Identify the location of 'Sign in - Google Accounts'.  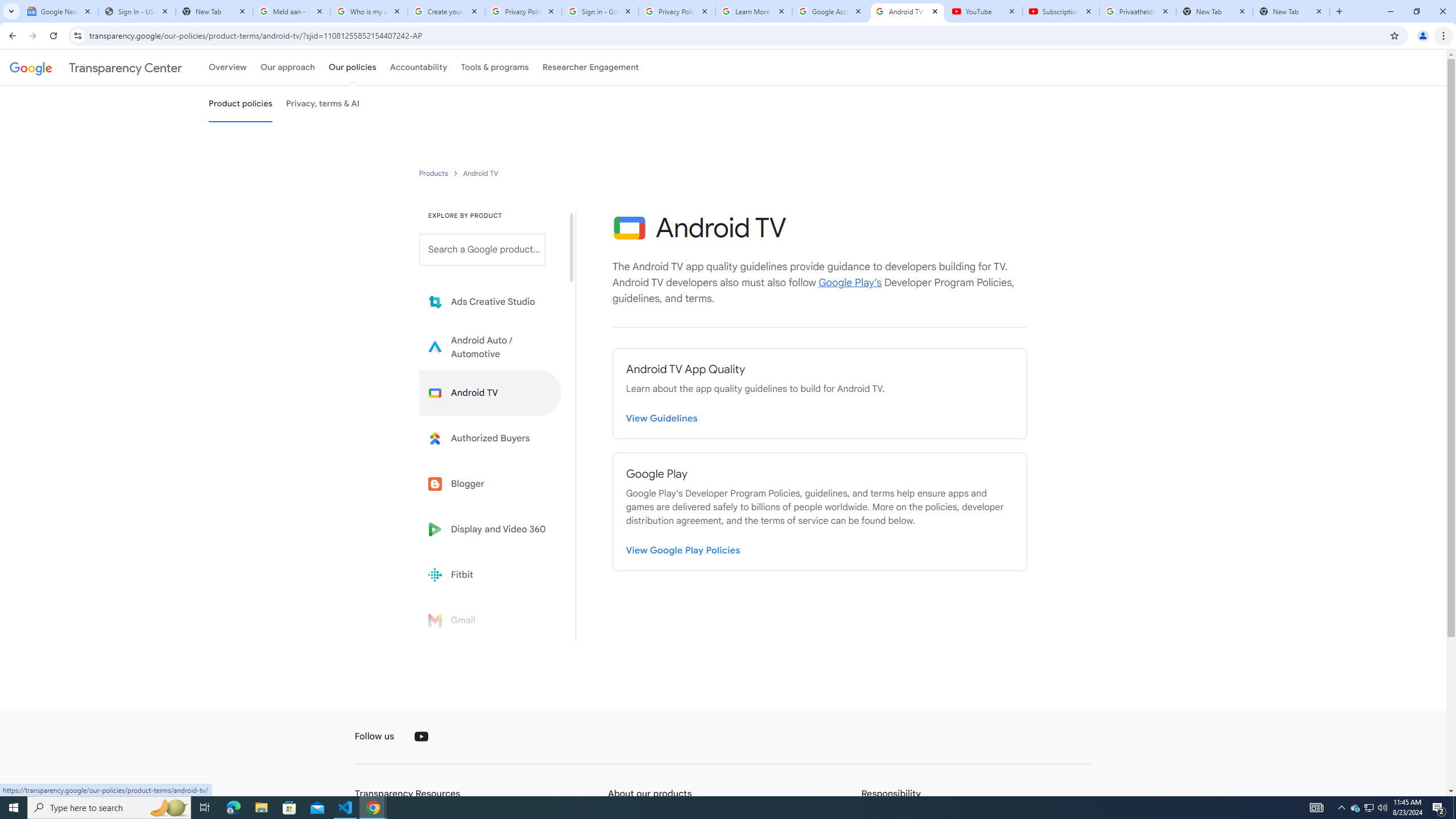
(599, 11).